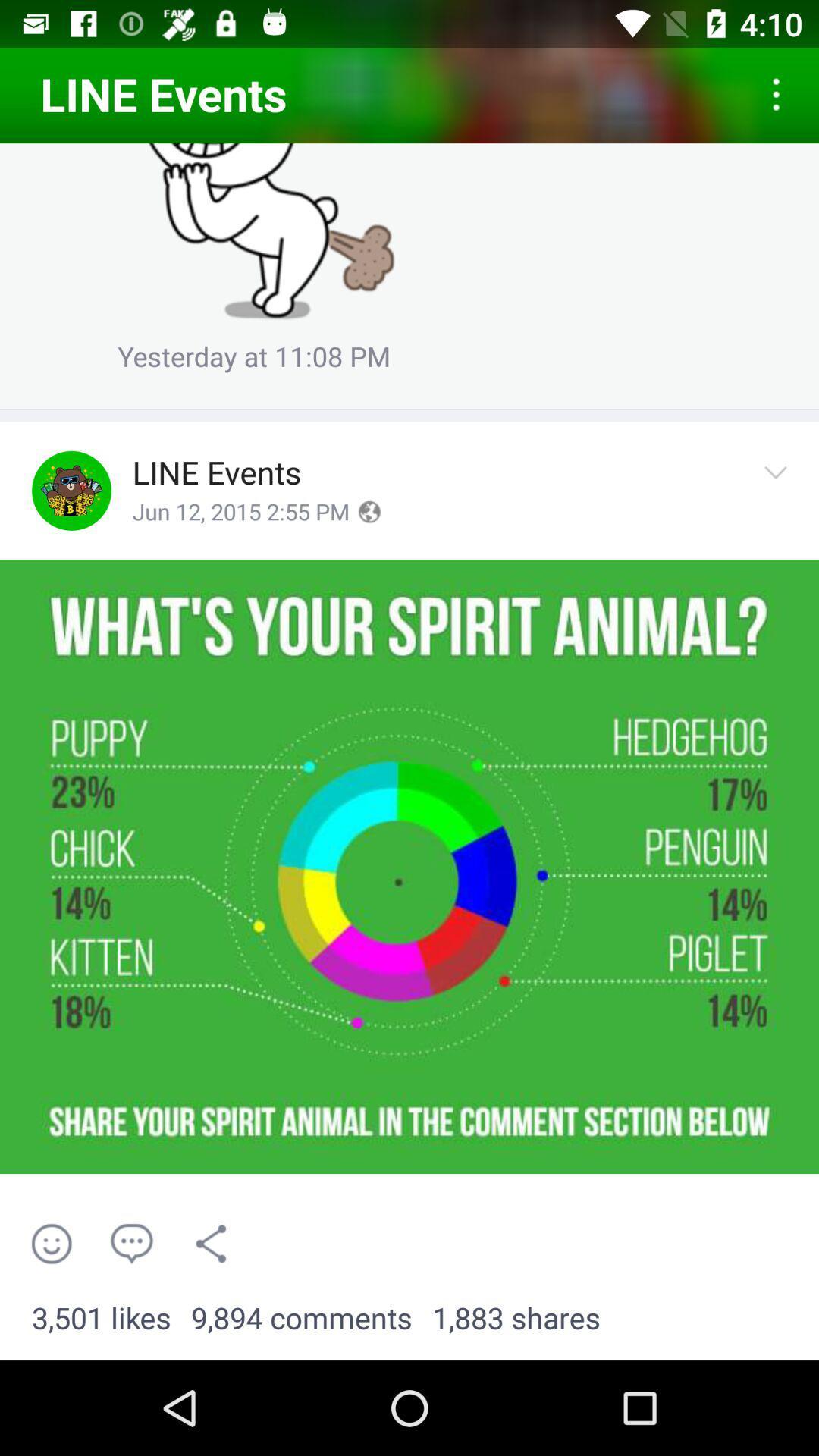  What do you see at coordinates (409, 409) in the screenshot?
I see `the icon below the yesterday at 11 icon` at bounding box center [409, 409].